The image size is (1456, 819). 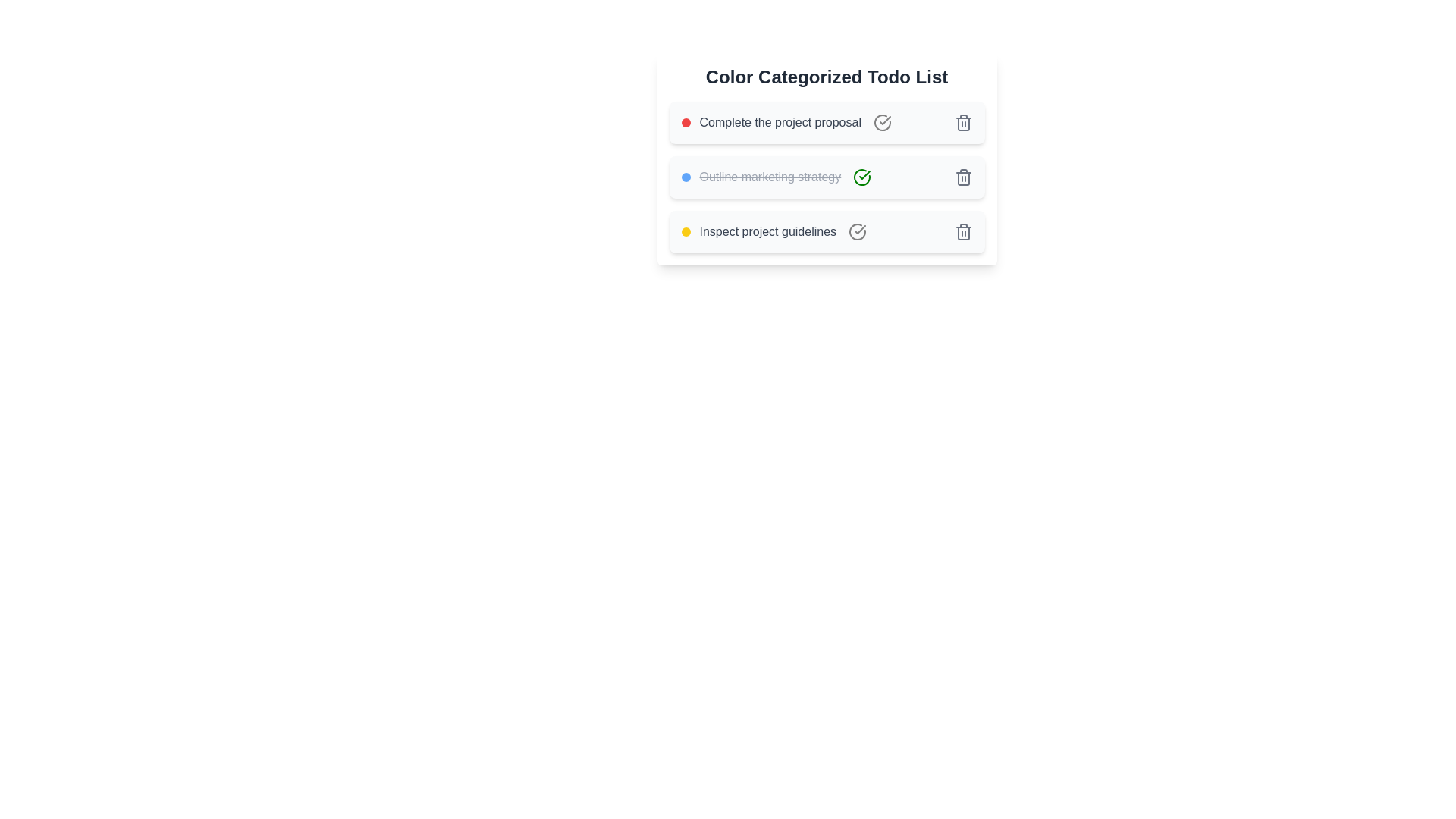 I want to click on the delete button for the task labeled 'Complete the project proposal', so click(x=962, y=122).